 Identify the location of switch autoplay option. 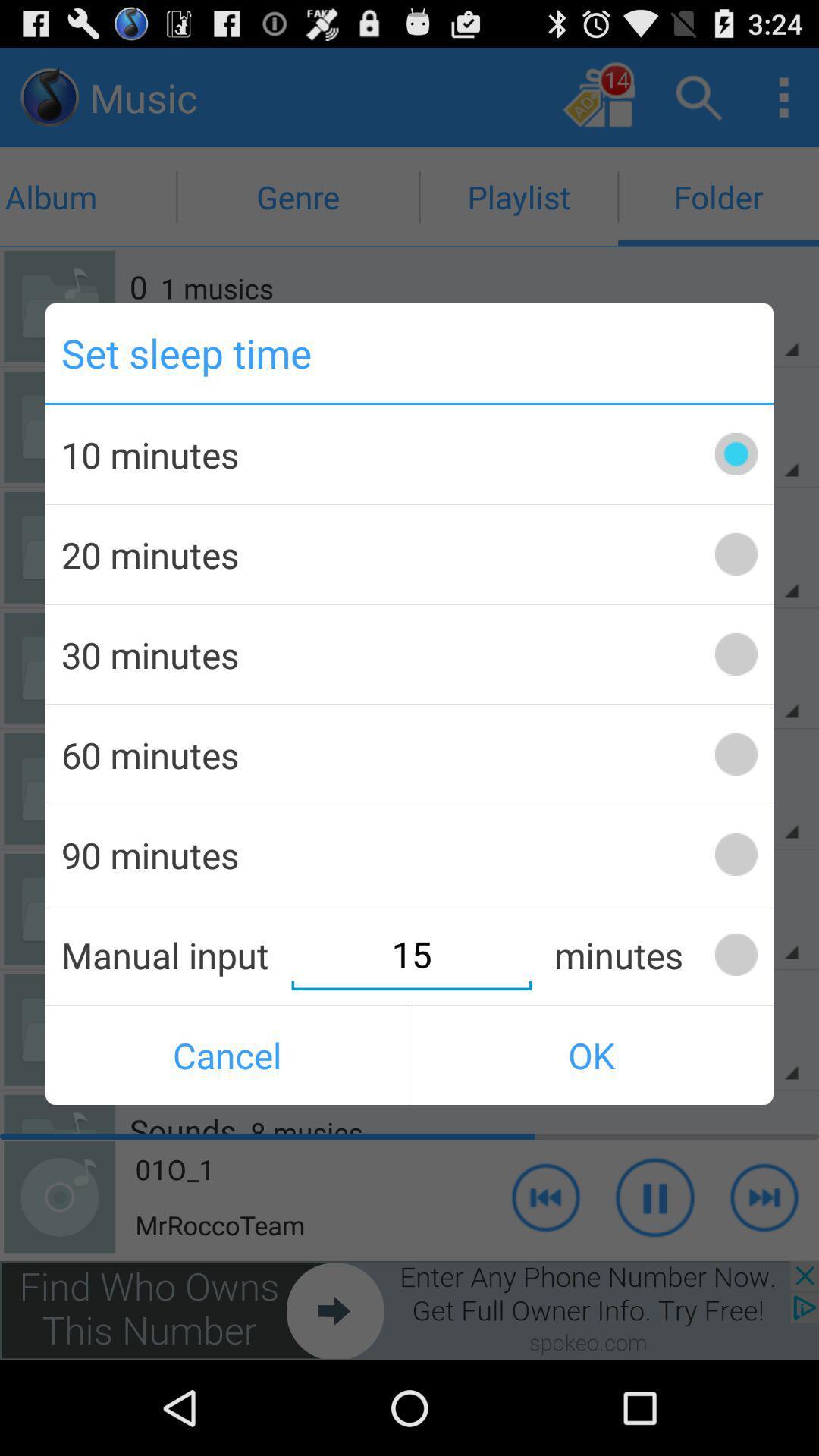
(735, 453).